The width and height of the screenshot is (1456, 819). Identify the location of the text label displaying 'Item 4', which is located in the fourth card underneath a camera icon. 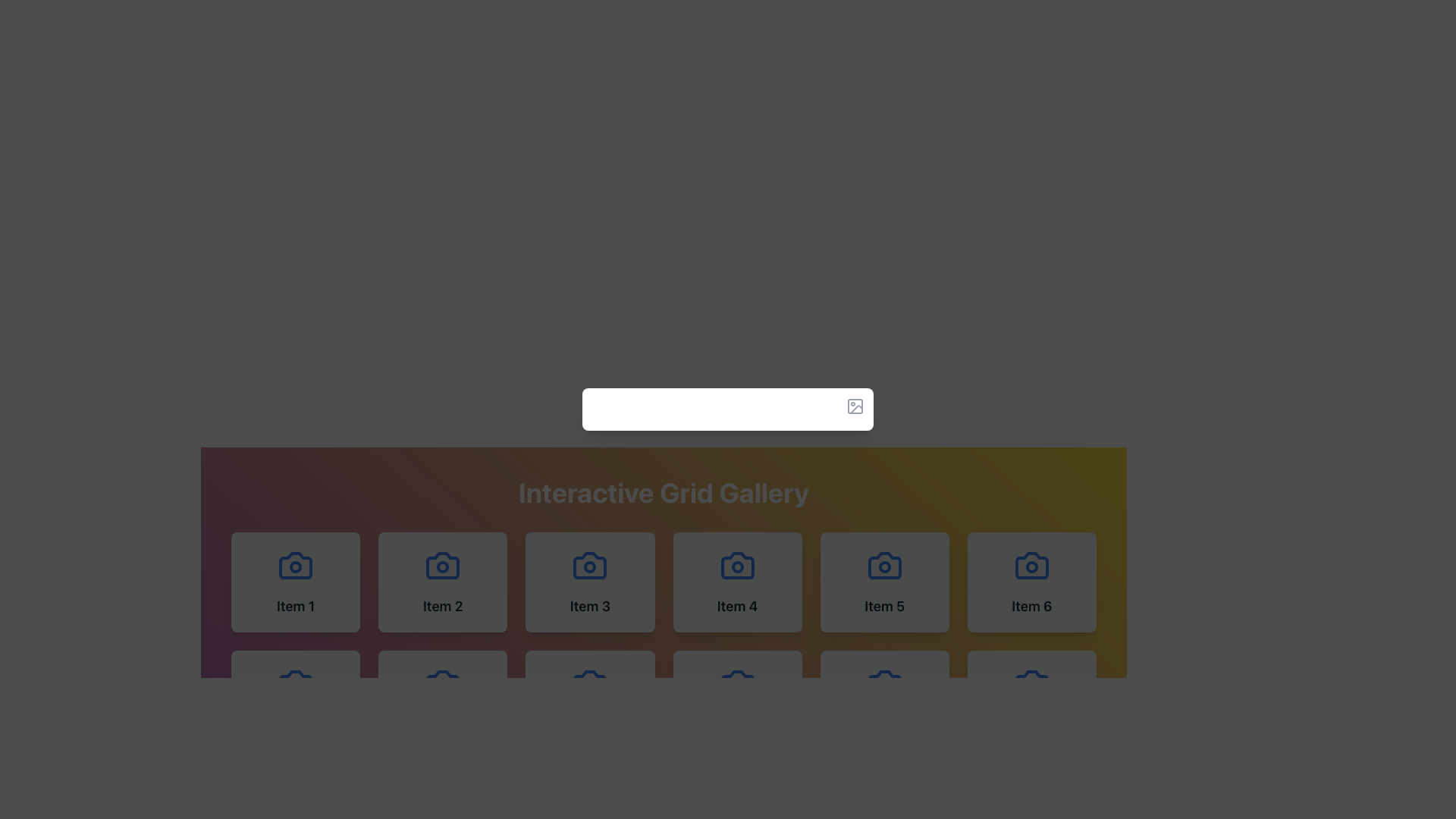
(737, 605).